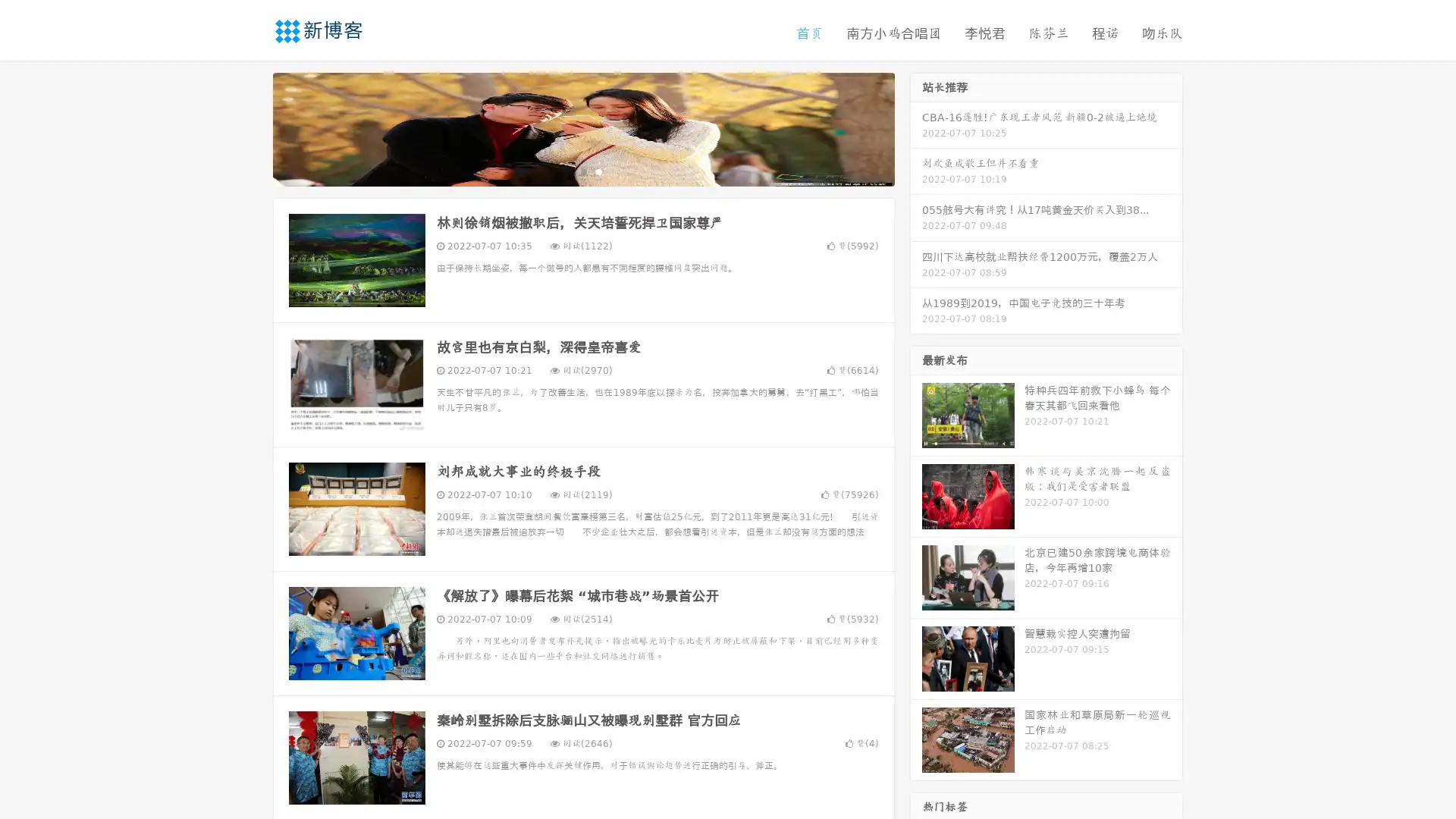 This screenshot has width=1456, height=819. I want to click on Go to slide 1, so click(567, 171).